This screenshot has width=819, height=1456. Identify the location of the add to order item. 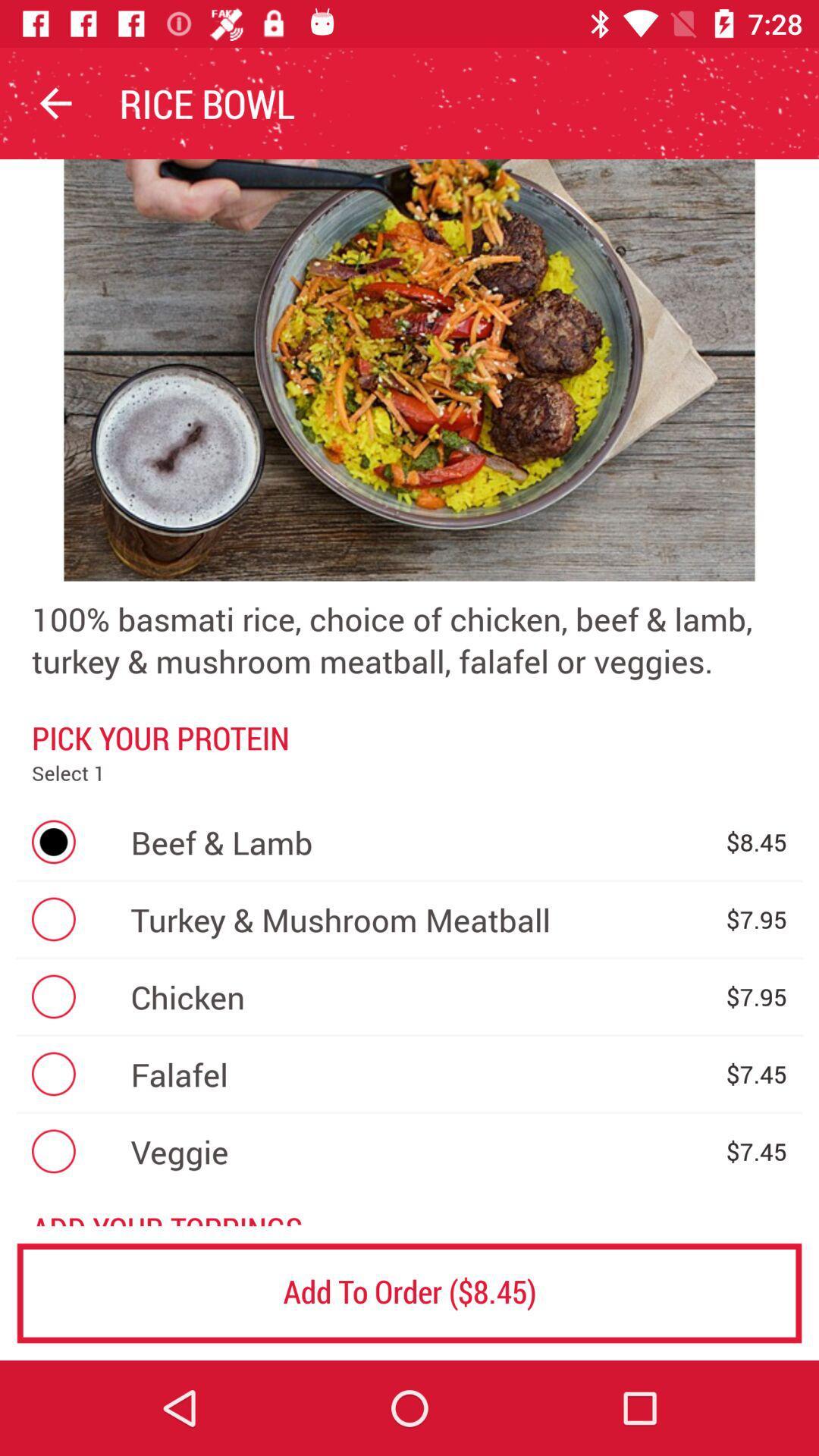
(409, 1292).